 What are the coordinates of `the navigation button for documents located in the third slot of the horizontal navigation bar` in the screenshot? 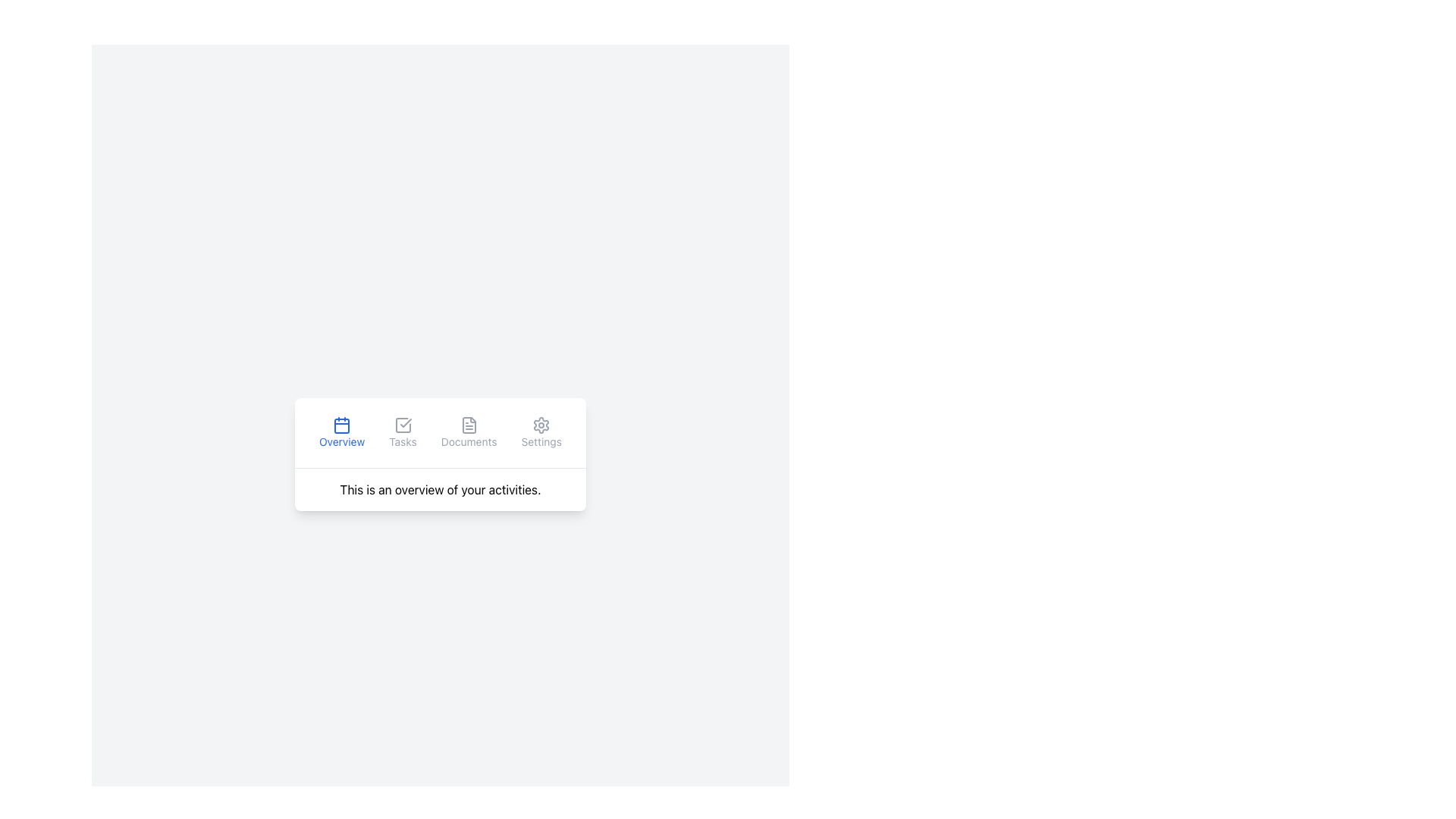 It's located at (468, 432).